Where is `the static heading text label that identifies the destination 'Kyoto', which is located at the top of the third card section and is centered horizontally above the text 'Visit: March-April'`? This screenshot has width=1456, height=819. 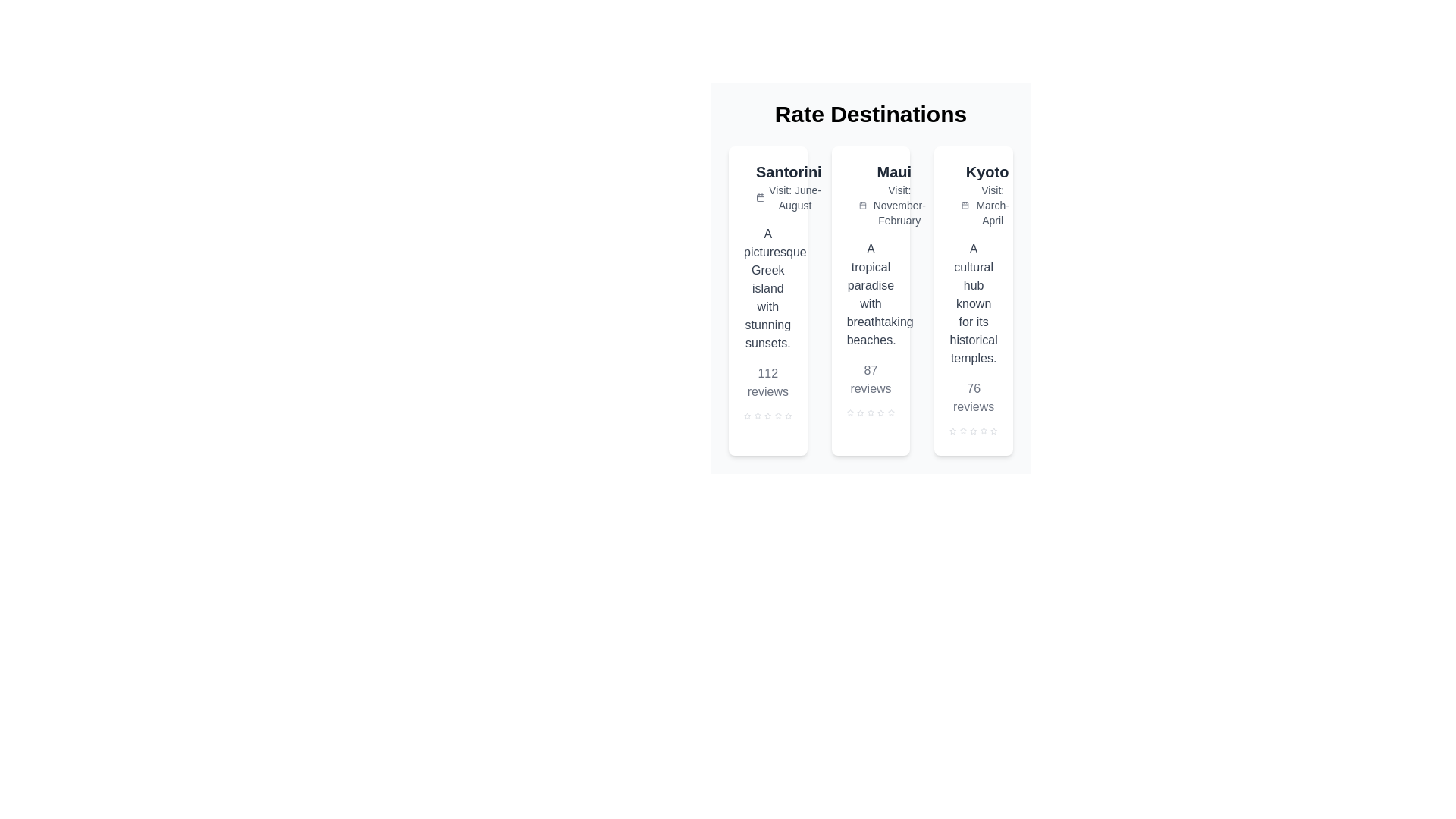
the static heading text label that identifies the destination 'Kyoto', which is located at the top of the third card section and is centered horizontally above the text 'Visit: March-April' is located at coordinates (987, 171).